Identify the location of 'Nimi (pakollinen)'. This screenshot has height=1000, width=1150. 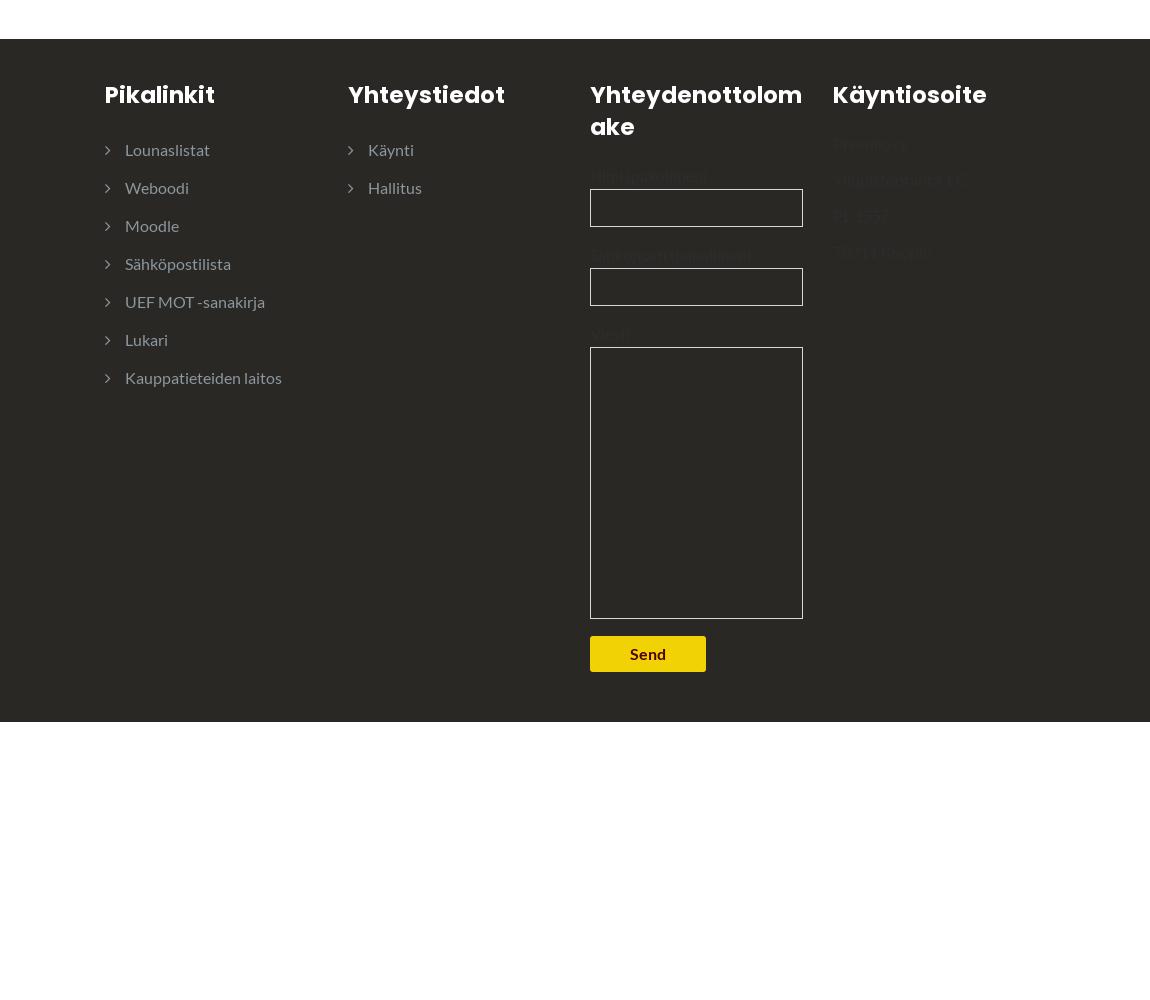
(647, 174).